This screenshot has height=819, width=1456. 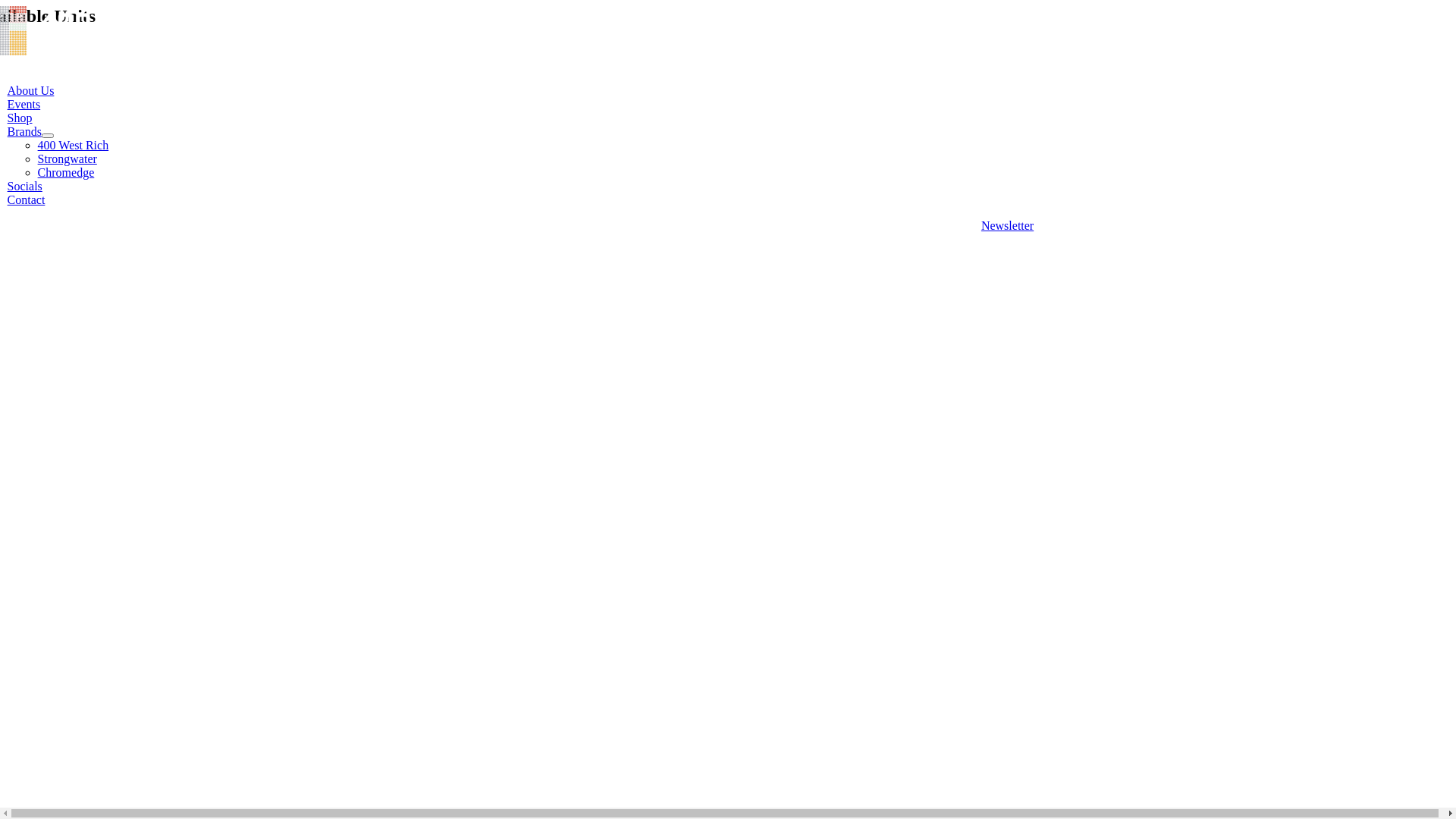 What do you see at coordinates (7, 103) in the screenshot?
I see `'Events'` at bounding box center [7, 103].